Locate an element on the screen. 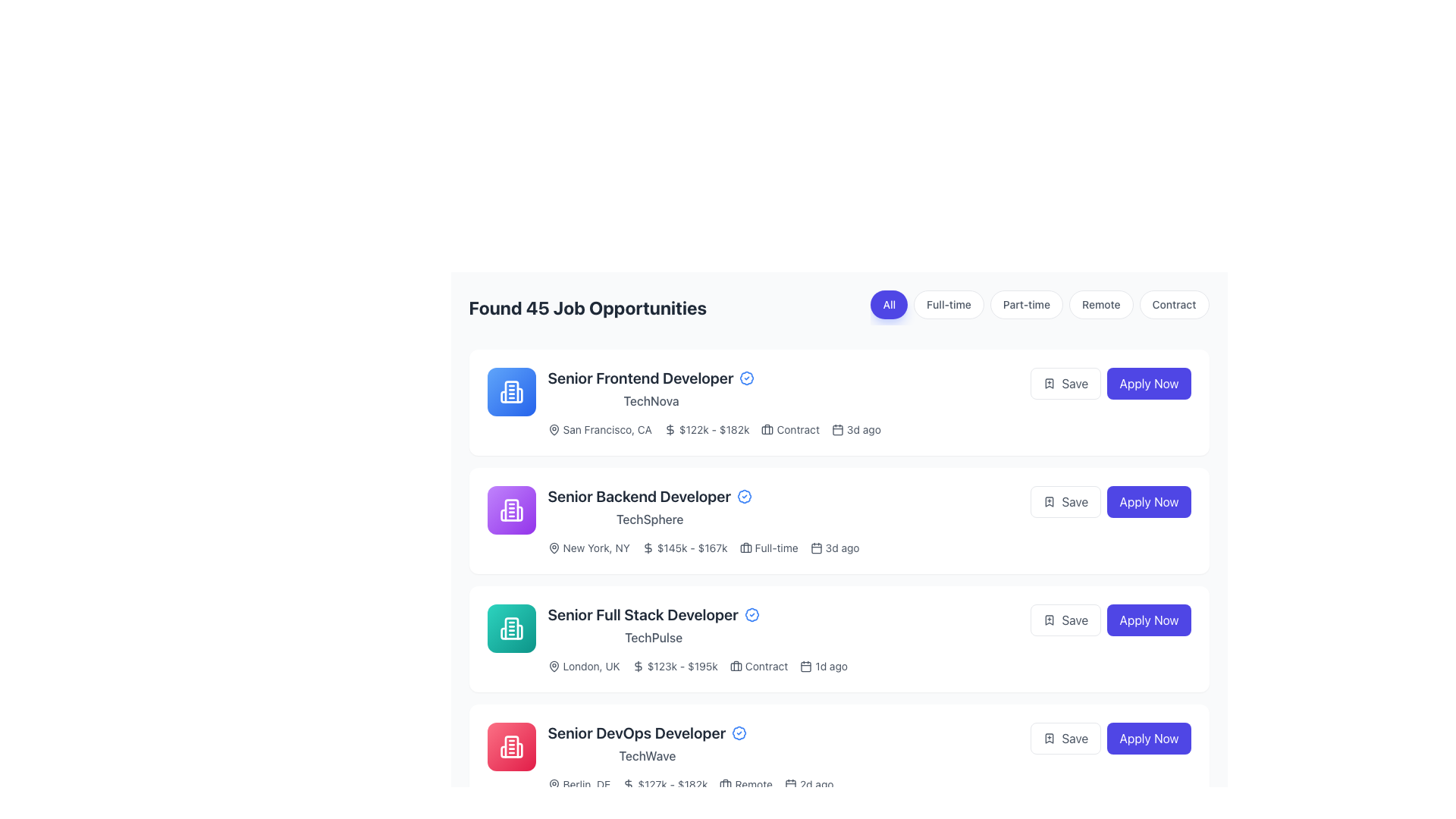 The image size is (1456, 819). the blue circular badge icon with a white checkmark located to the right of the job title 'Senior DevOps Developer' is located at coordinates (739, 733).